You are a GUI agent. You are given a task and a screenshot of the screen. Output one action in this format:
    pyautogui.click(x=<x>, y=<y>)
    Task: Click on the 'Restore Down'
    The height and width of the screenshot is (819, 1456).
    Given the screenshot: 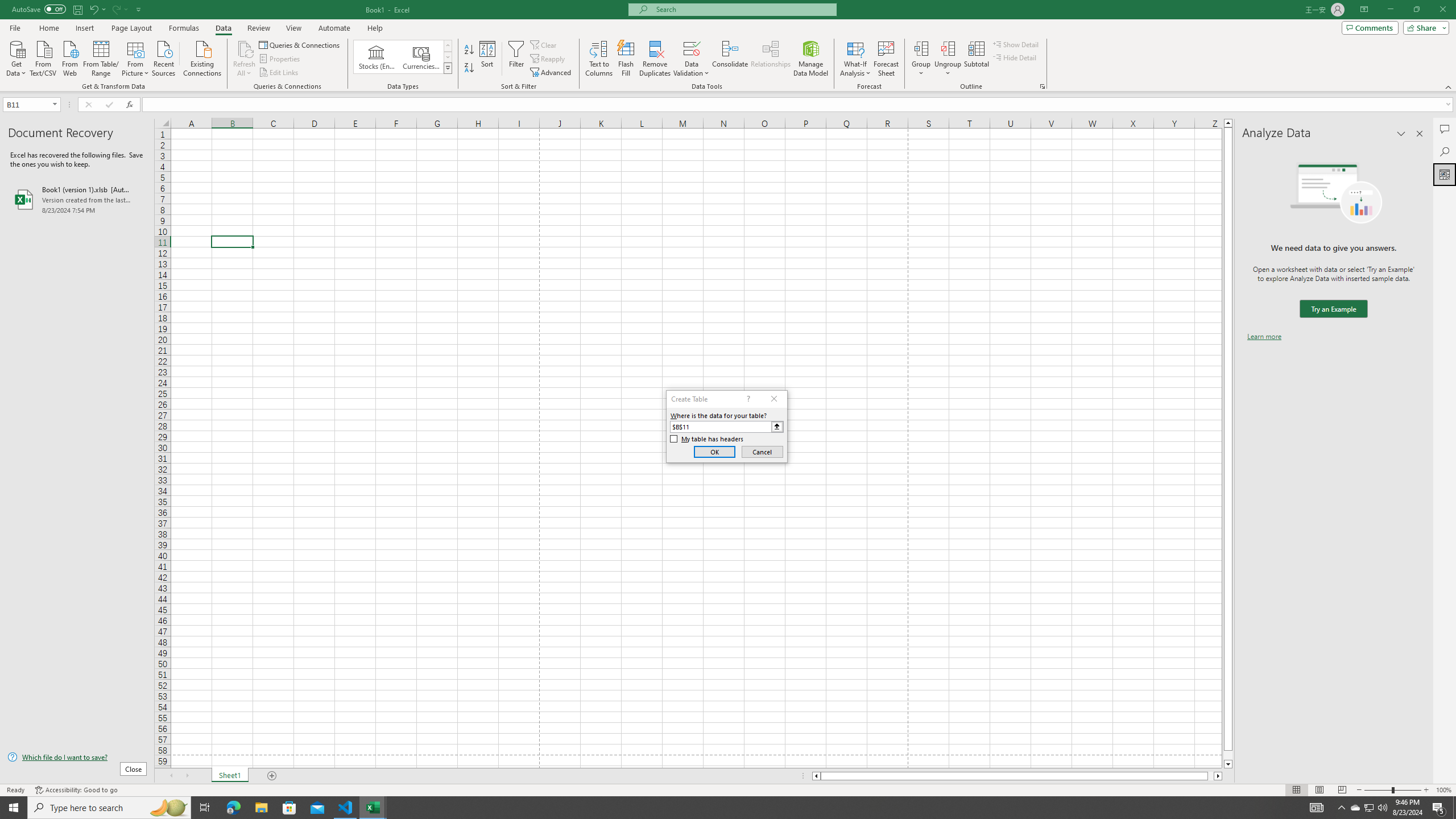 What is the action you would take?
    pyautogui.click(x=1416, y=9)
    